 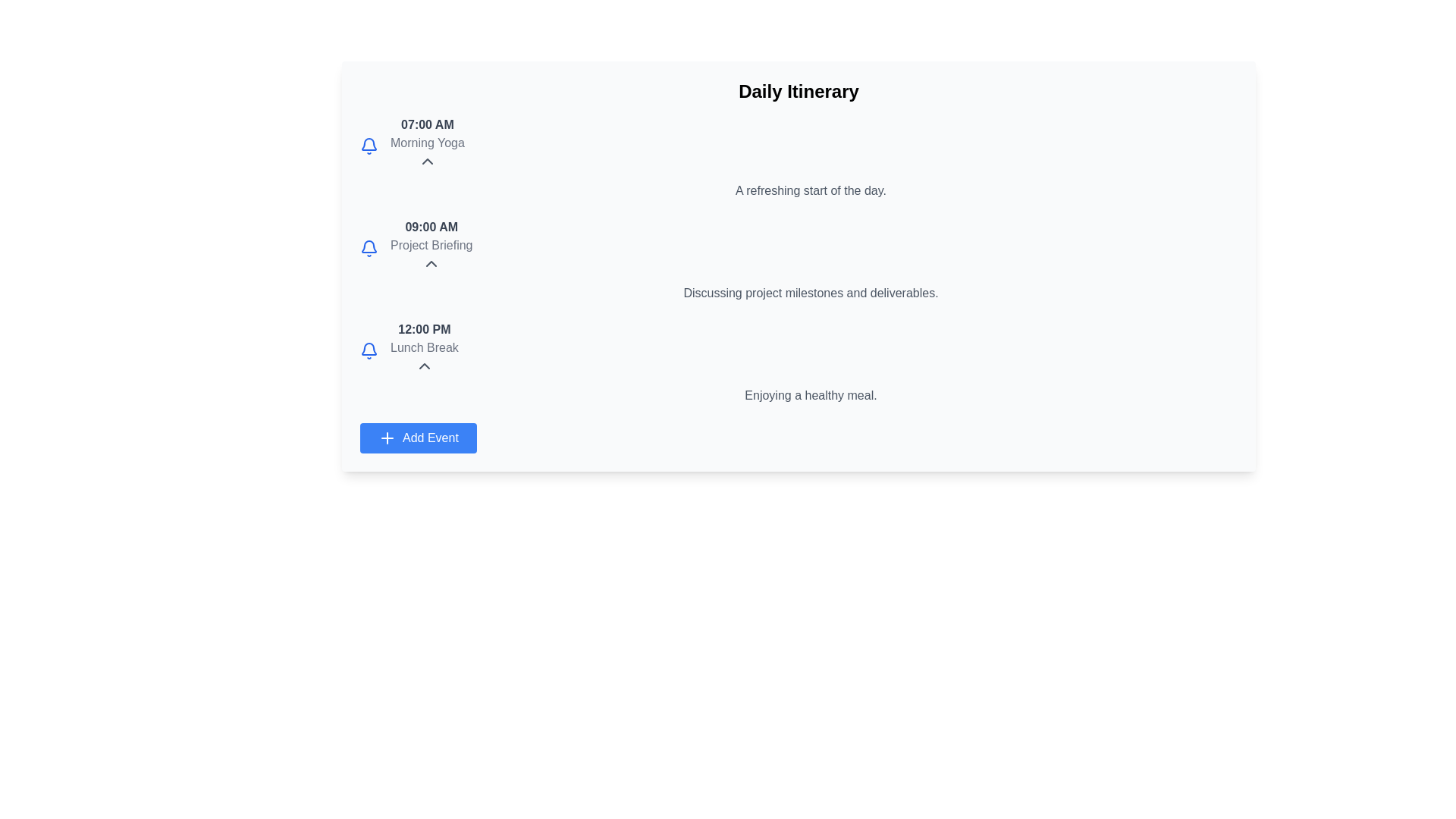 I want to click on the upward-pointing chevron arrow icon button located beneath 'Morning Yoga' at 07:00 AM, so click(x=426, y=161).